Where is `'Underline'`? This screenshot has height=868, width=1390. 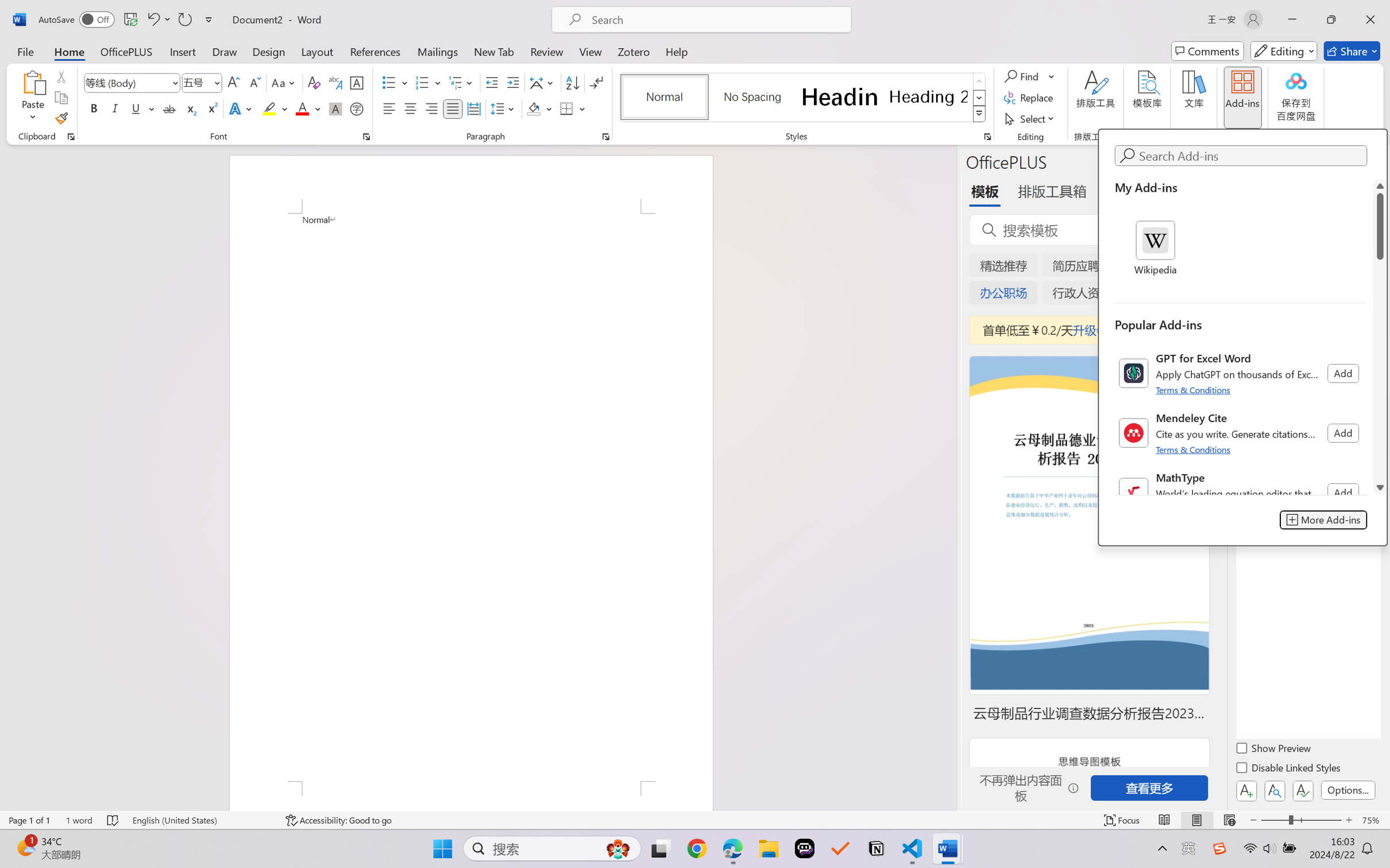
'Underline' is located at coordinates (142, 108).